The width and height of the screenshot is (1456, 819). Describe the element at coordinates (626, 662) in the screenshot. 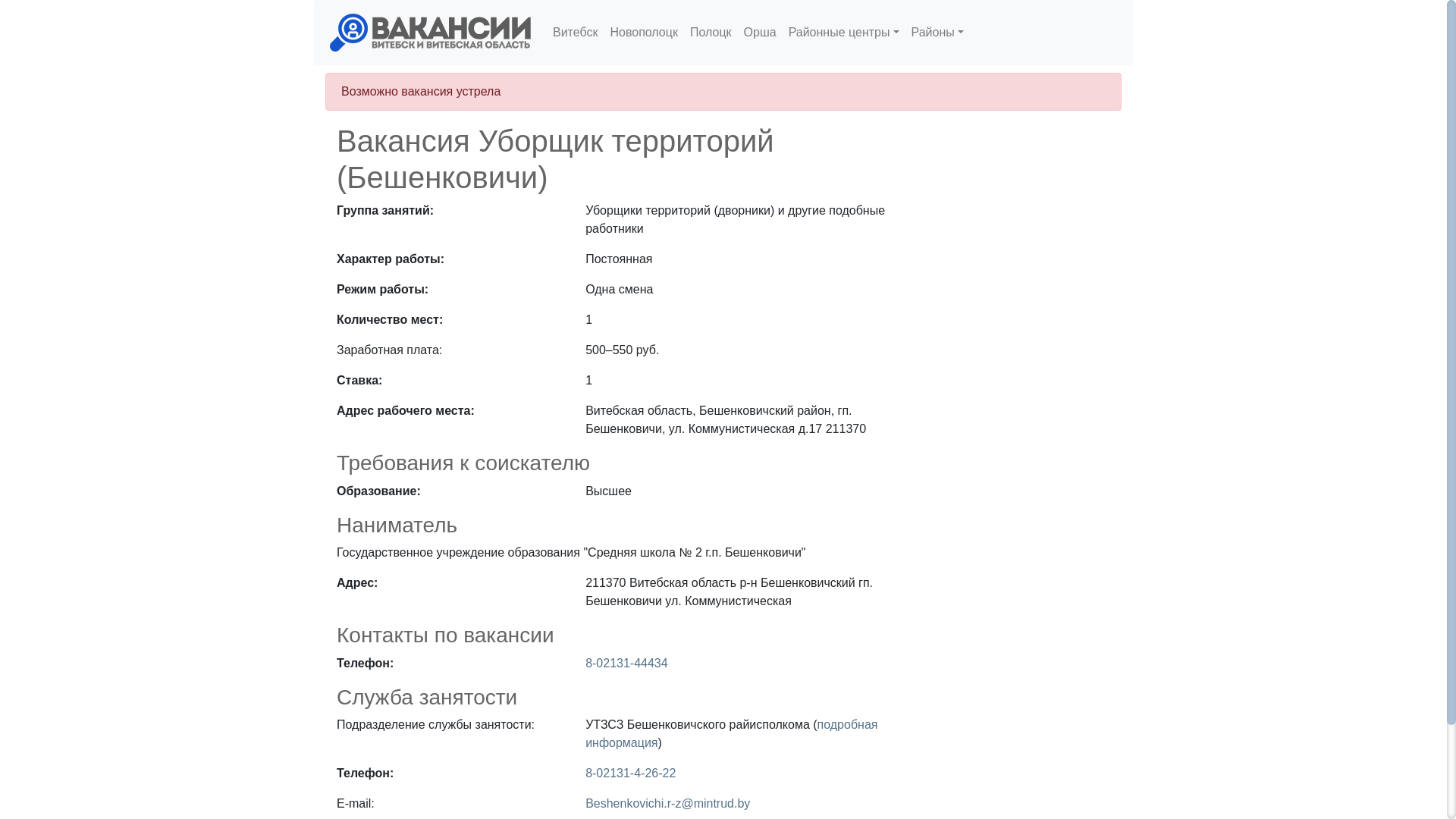

I see `'8-02131-44434'` at that location.